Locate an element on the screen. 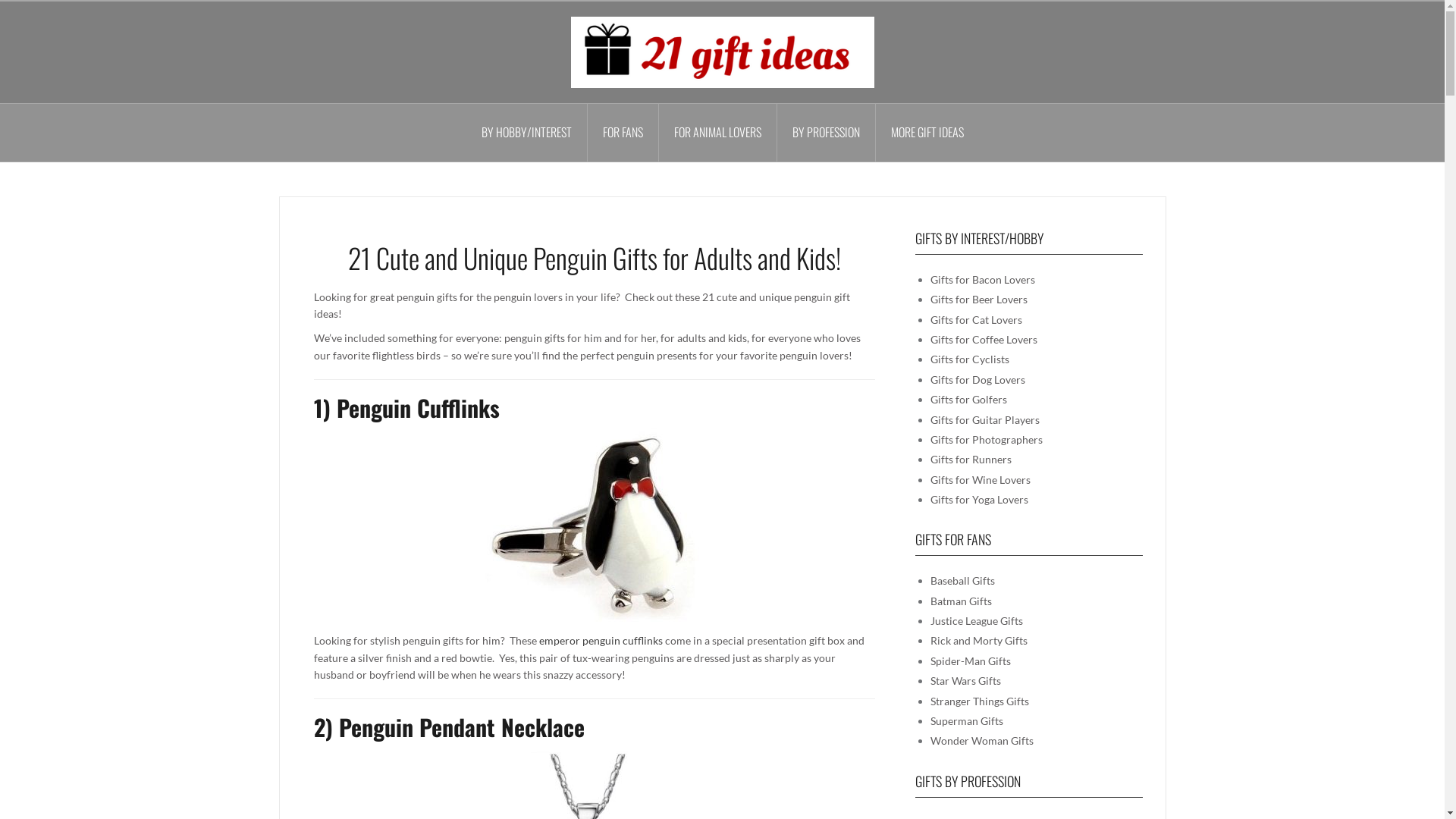 The image size is (1456, 819). 'Gifts for Wine Lovers' is located at coordinates (979, 479).